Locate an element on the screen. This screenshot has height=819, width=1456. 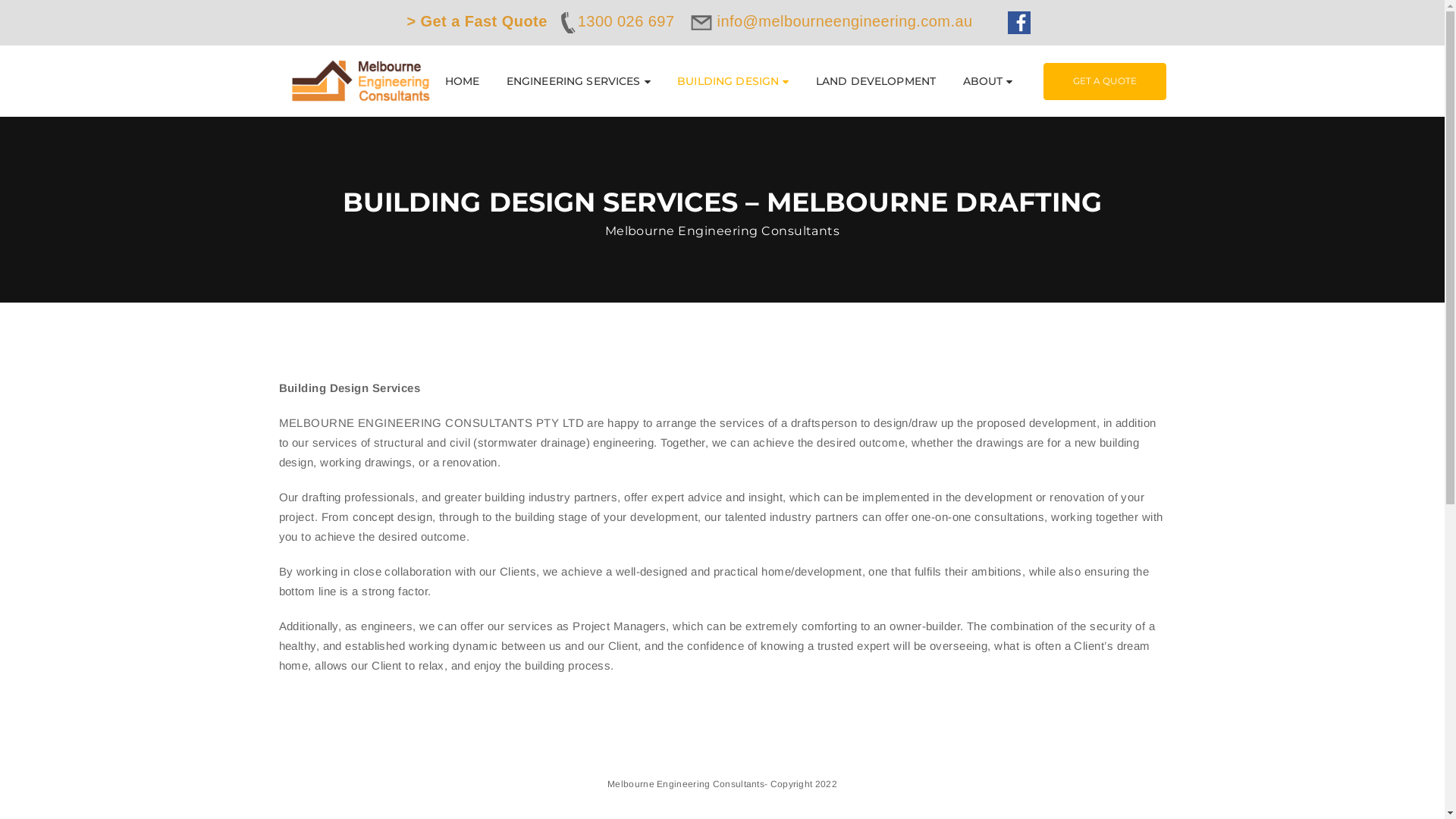
'ABOUT' is located at coordinates (987, 81).